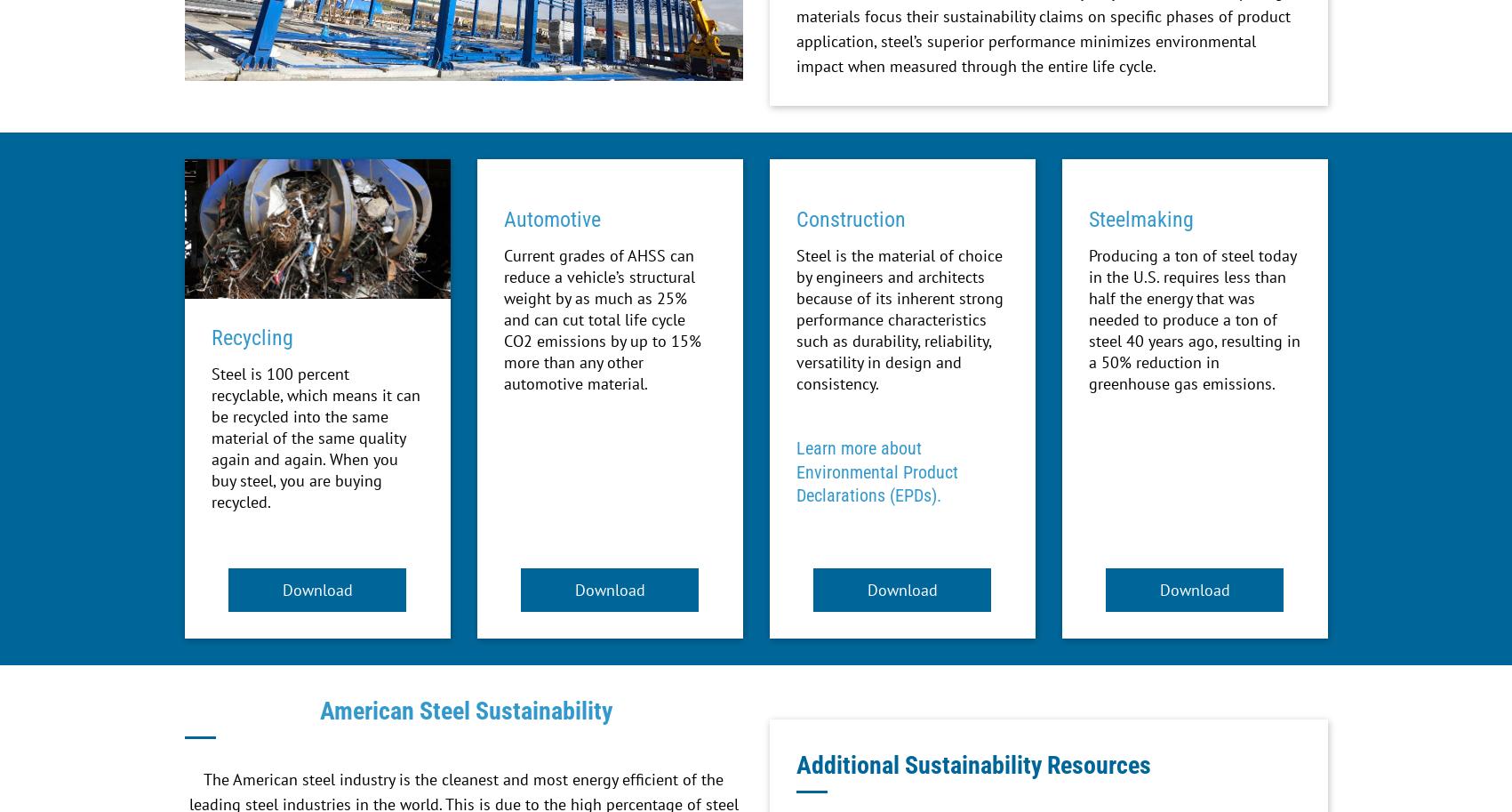 The image size is (1512, 812). I want to click on 'Producing a ton of steel today in the U.S. requires less than half the energy that was needed to produce a ton of steel 40 years ago, resulting in a 50% reduction in greenhouse gas emissions.', so click(1192, 318).